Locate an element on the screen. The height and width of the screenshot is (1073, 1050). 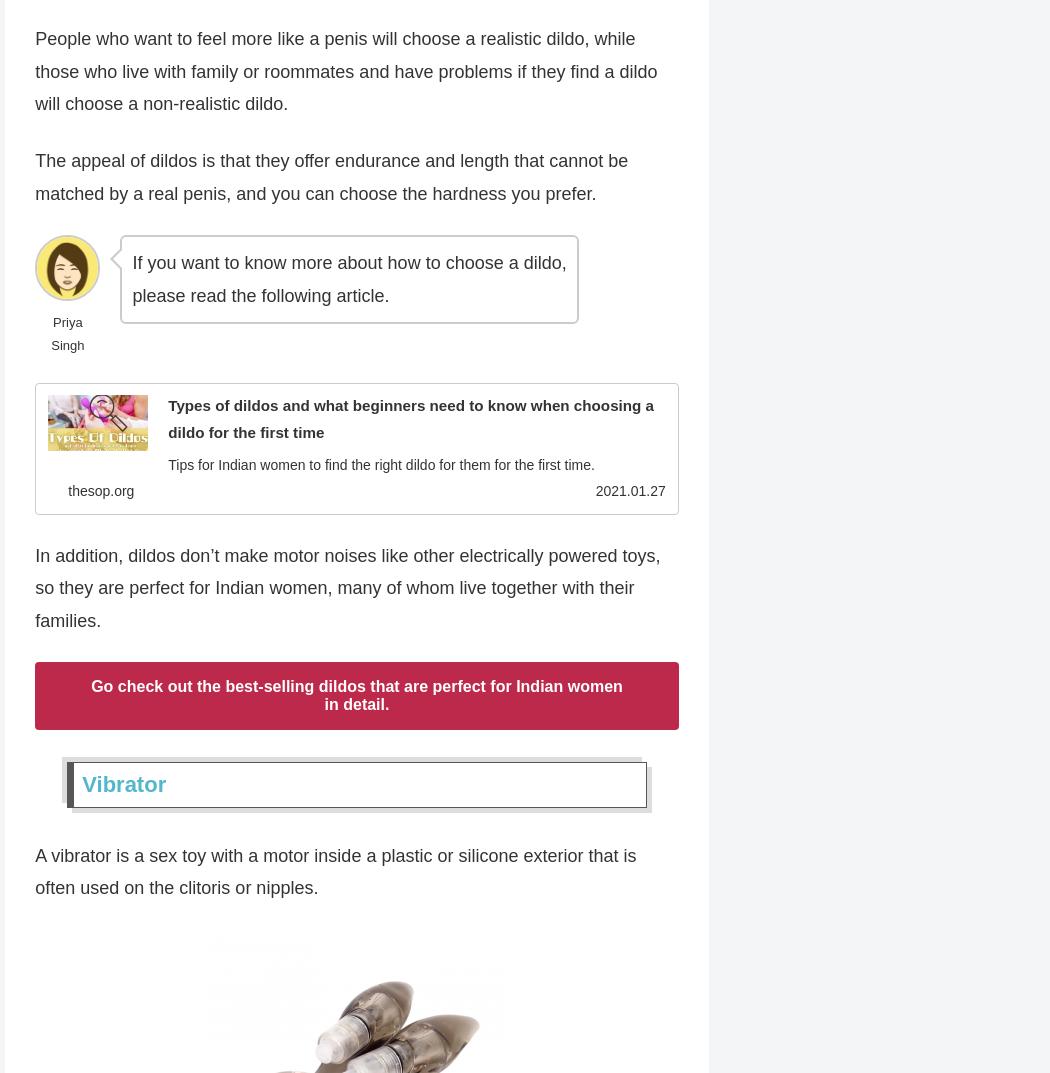
'Types of dildos and what beginners need to know when choosing a dildo for the first time' is located at coordinates (410, 419).